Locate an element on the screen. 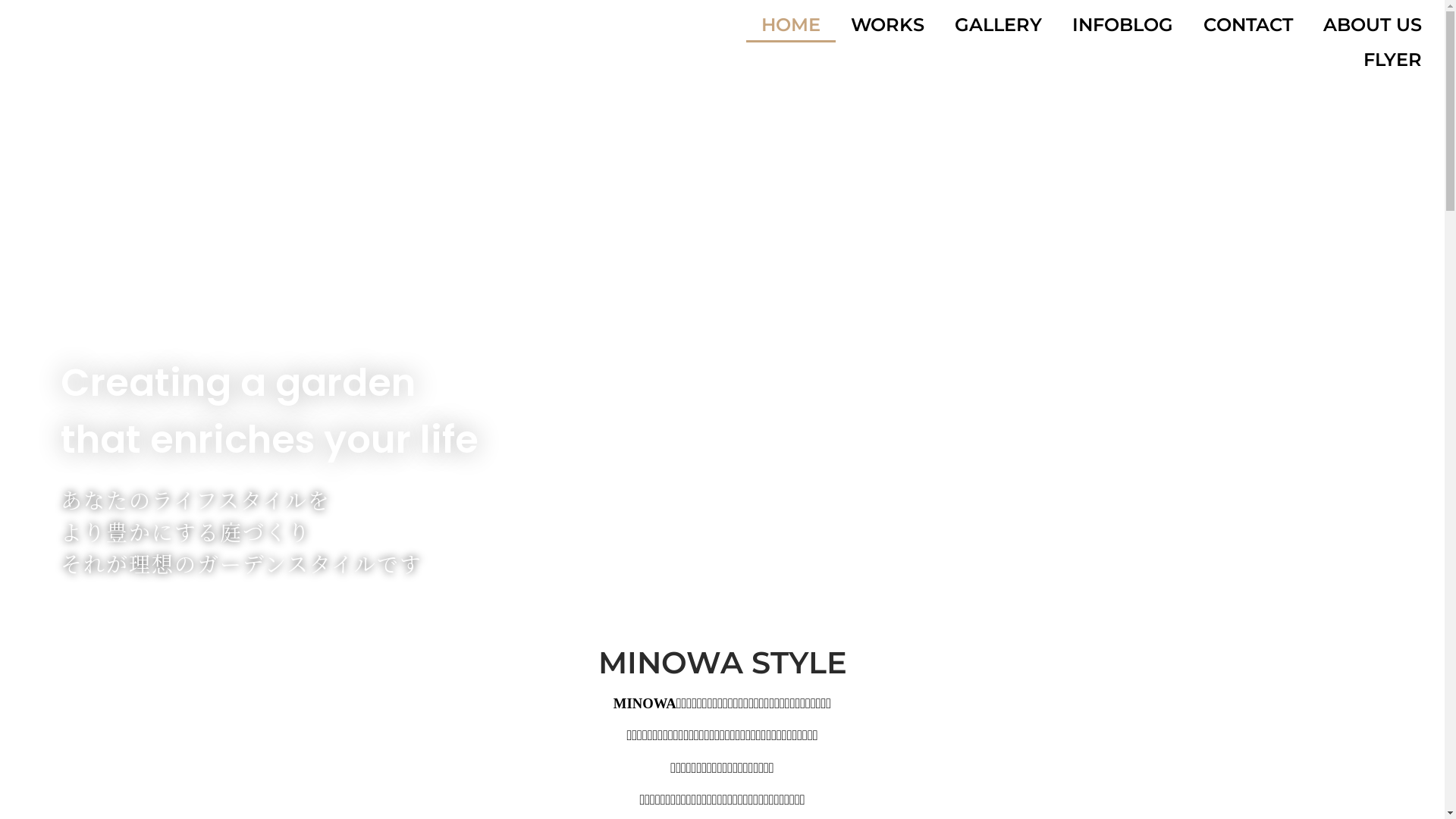 The image size is (1456, 819). 'HOME' is located at coordinates (789, 25).